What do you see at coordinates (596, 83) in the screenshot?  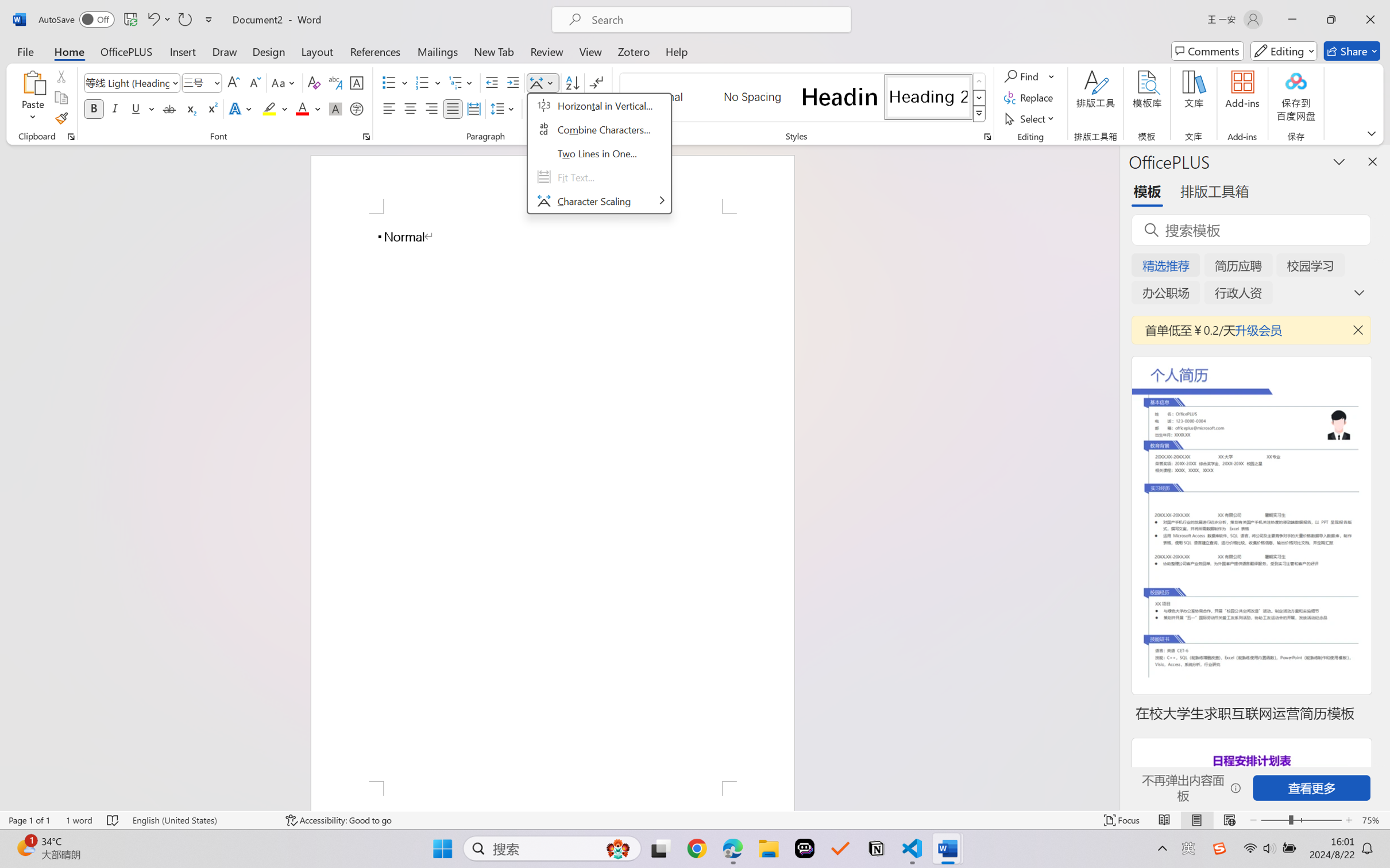 I see `'Show/Hide Editing Marks'` at bounding box center [596, 83].